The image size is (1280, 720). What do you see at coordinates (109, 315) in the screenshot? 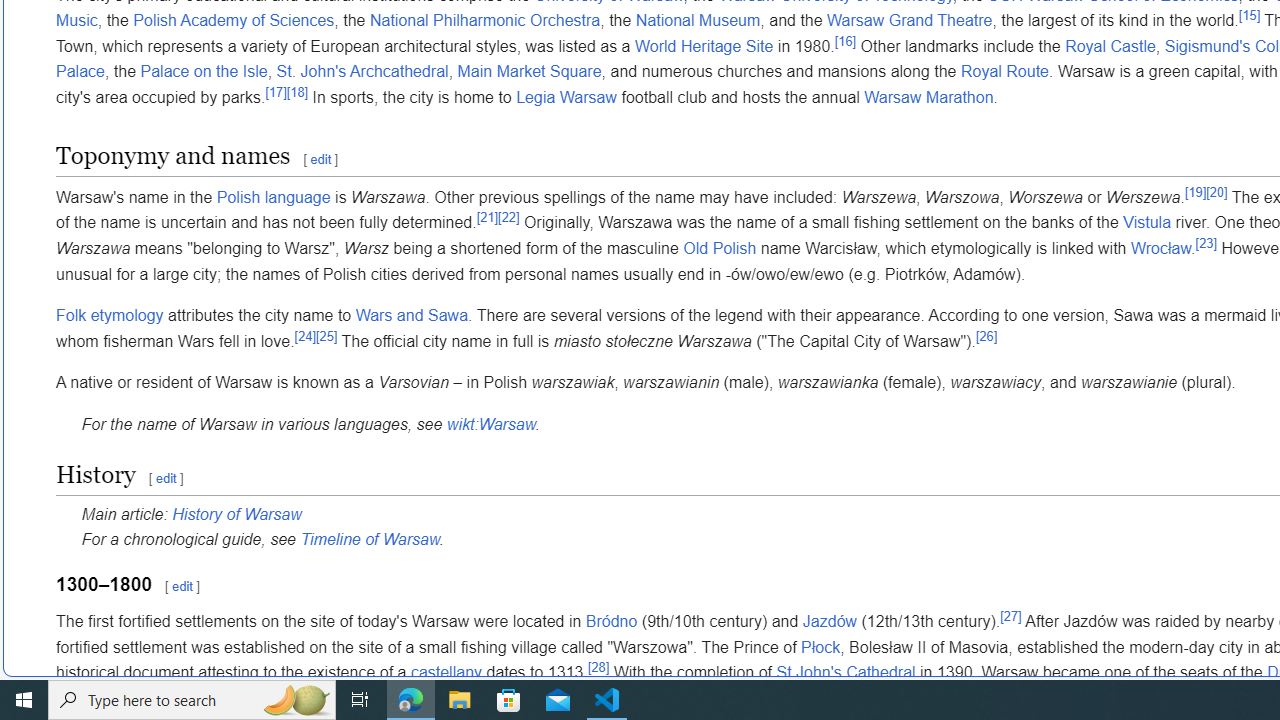
I see `'Folk etymology'` at bounding box center [109, 315].